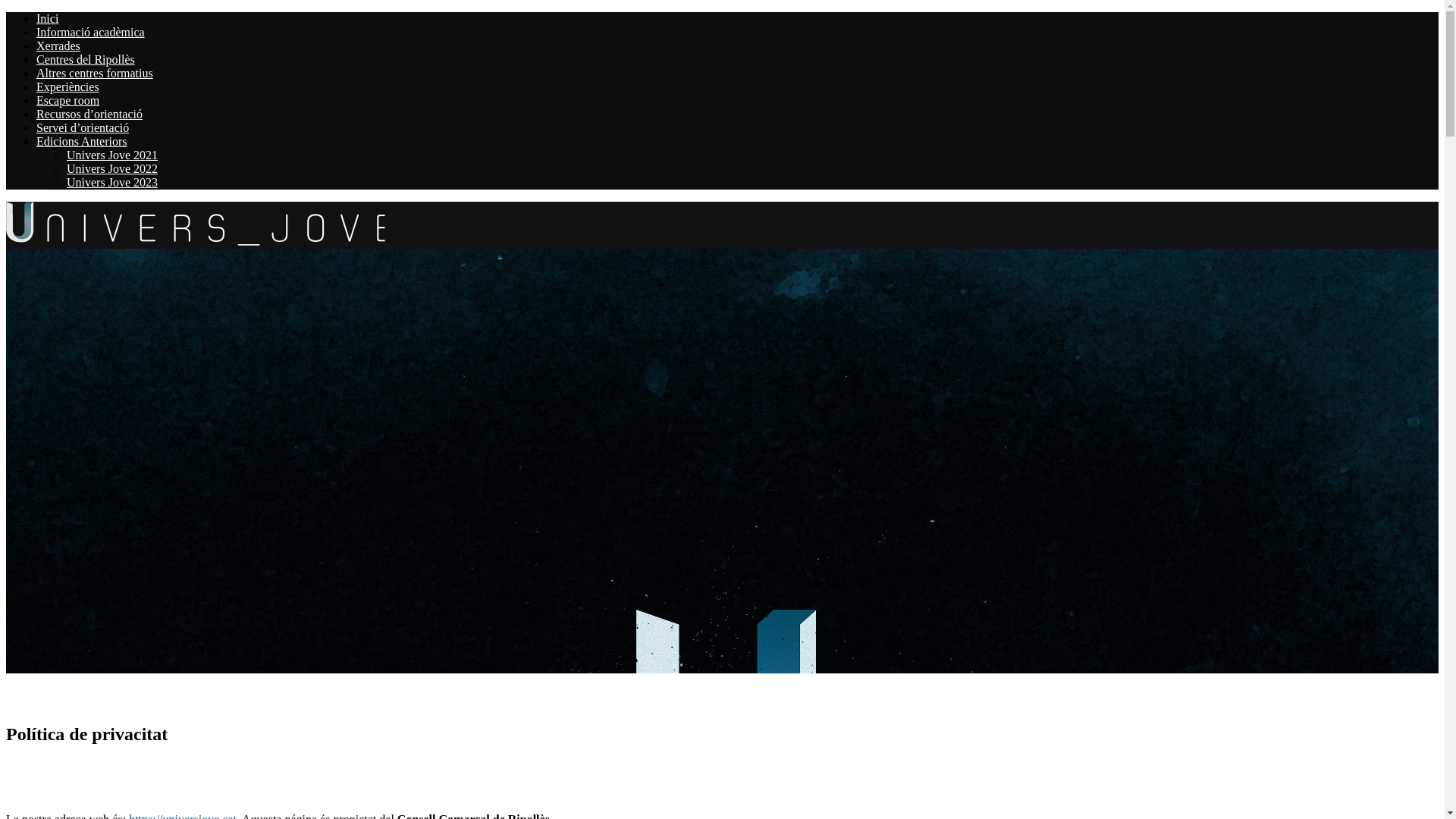 The height and width of the screenshot is (819, 1456). Describe the element at coordinates (36, 100) in the screenshot. I see `'Escape room'` at that location.